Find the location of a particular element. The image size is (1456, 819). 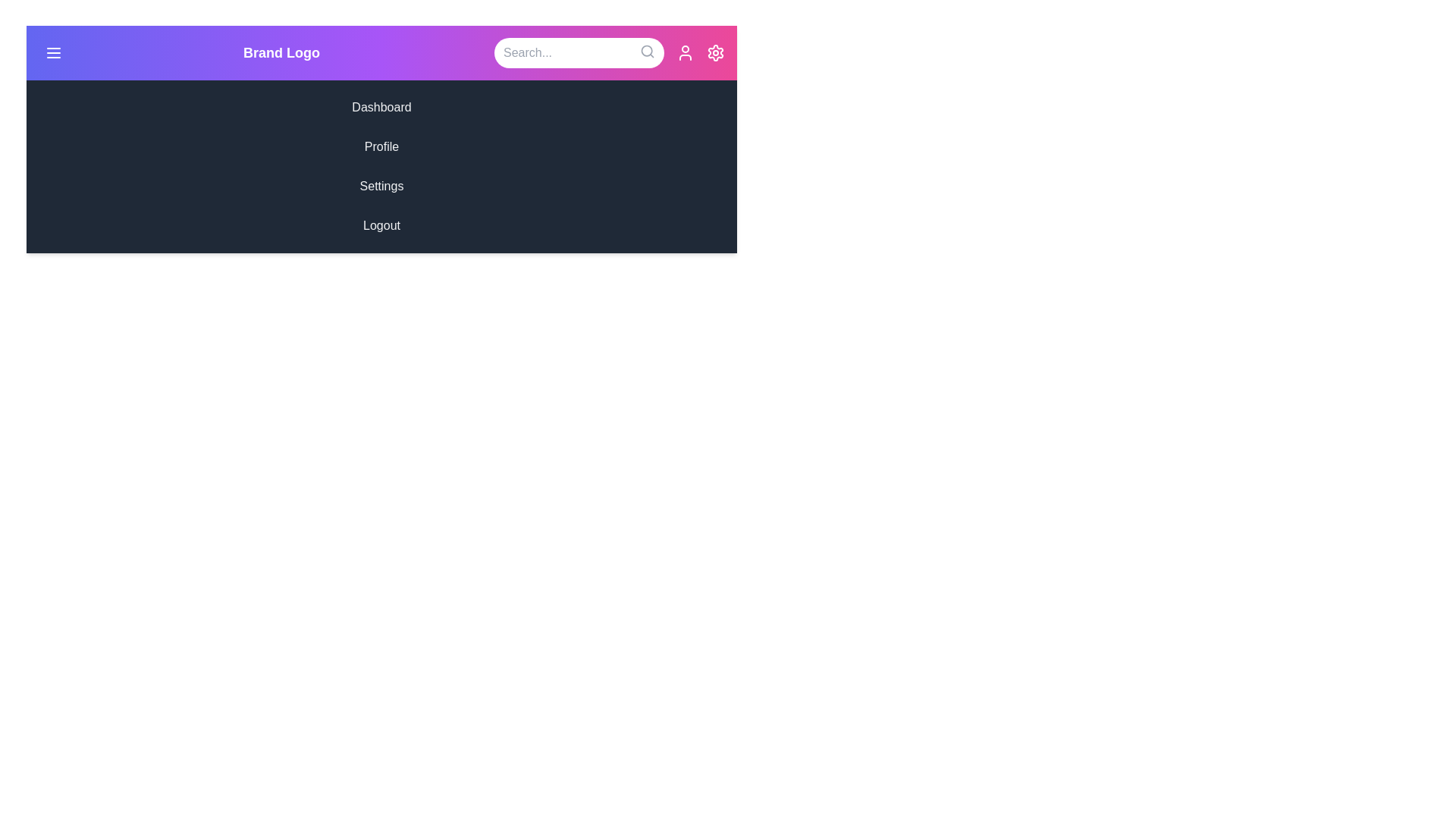

the menu item Logout in the sidebar is located at coordinates (381, 225).